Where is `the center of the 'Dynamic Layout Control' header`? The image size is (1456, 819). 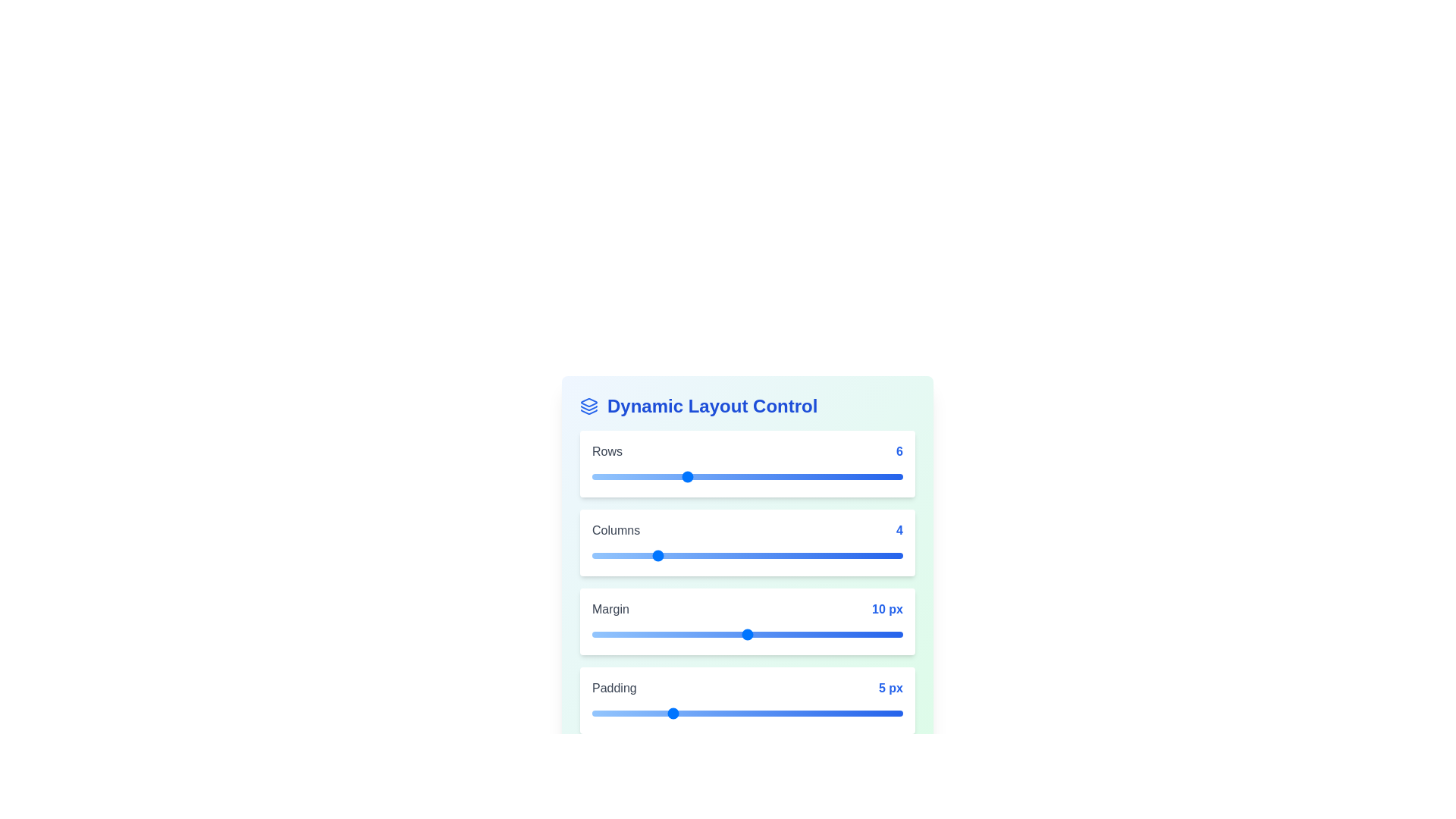 the center of the 'Dynamic Layout Control' header is located at coordinates (747, 406).